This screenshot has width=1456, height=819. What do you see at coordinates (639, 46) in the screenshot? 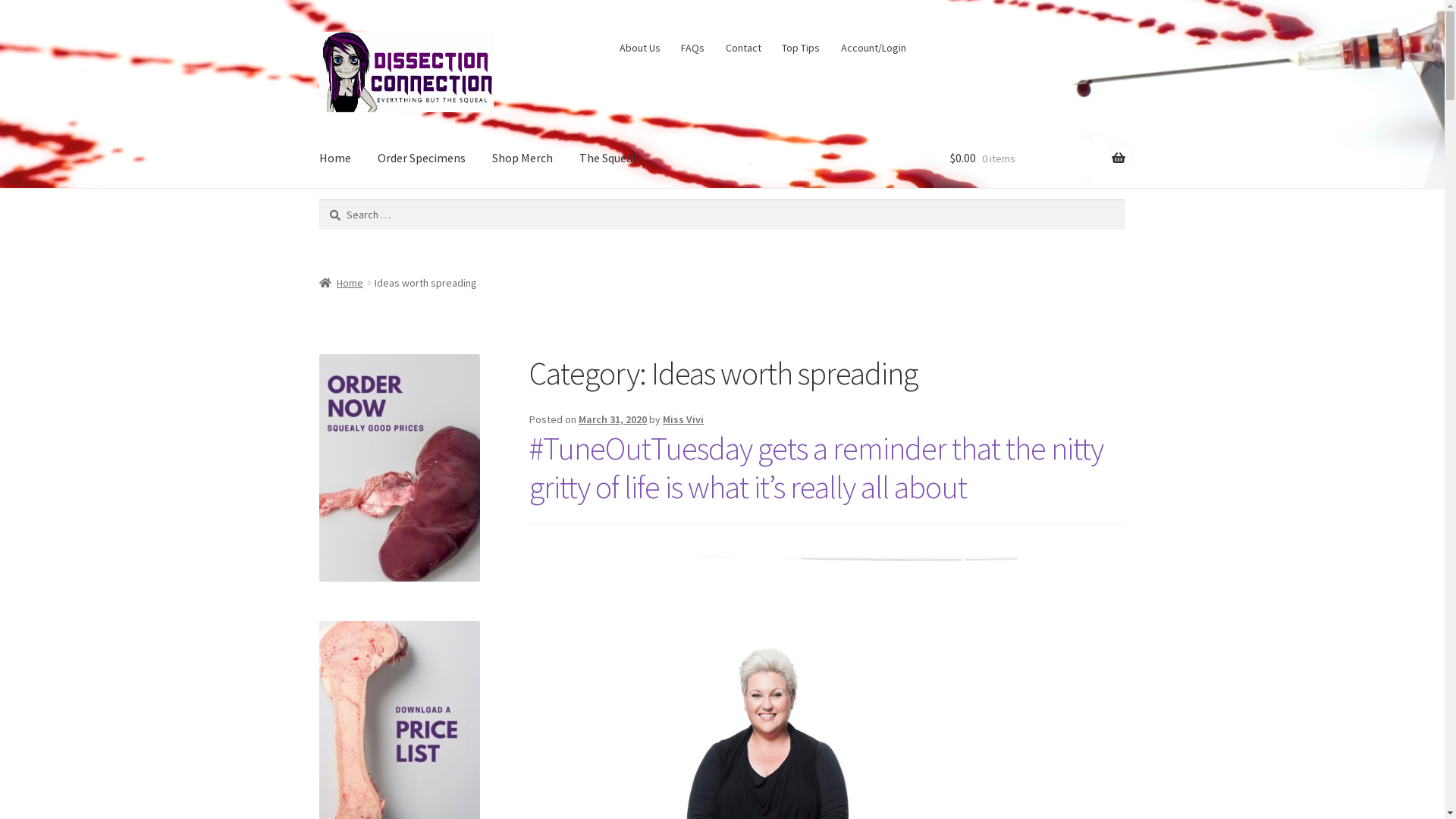
I see `'About Us'` at bounding box center [639, 46].